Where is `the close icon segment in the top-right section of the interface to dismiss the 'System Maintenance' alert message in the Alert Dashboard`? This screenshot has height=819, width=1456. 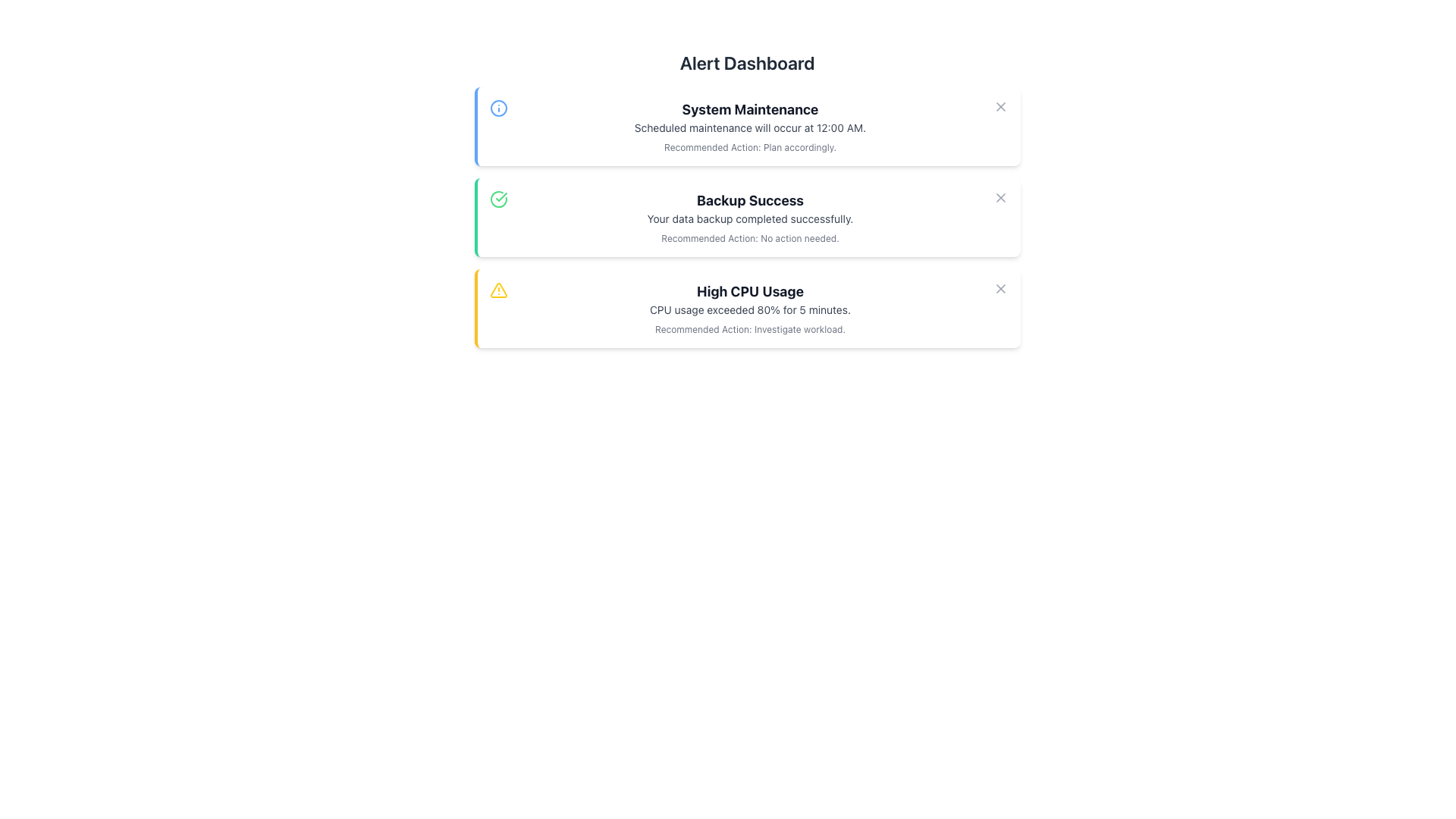 the close icon segment in the top-right section of the interface to dismiss the 'System Maintenance' alert message in the Alert Dashboard is located at coordinates (1000, 106).